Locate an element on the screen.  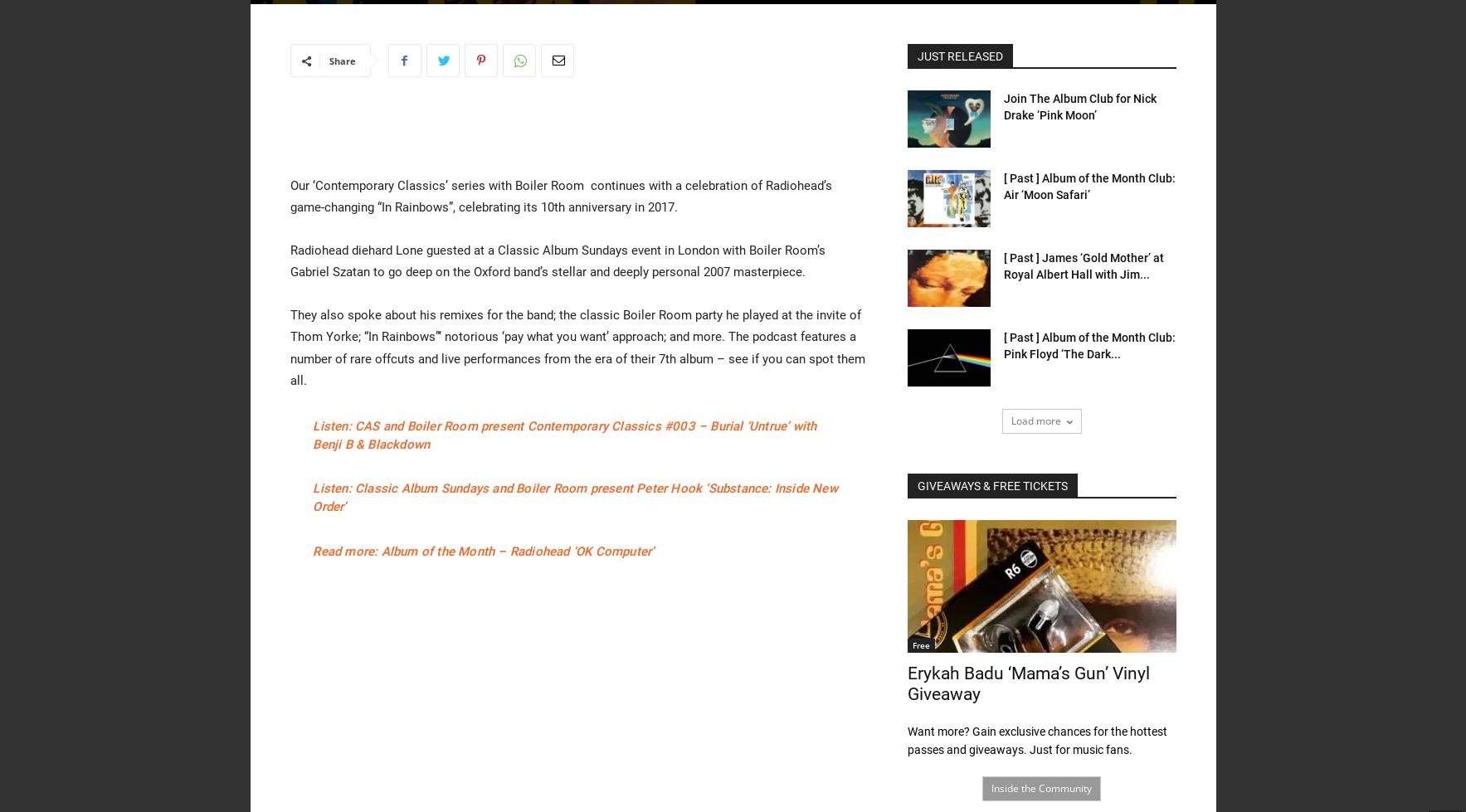
'[ Past ] Album of the Month Club: Air ‘Moon Safari’' is located at coordinates (1088, 186).